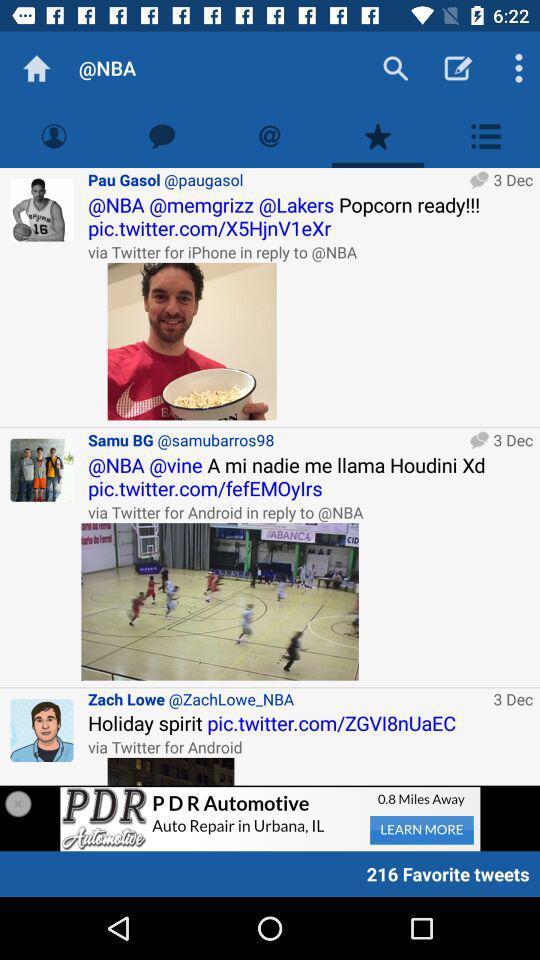 The height and width of the screenshot is (960, 540). Describe the element at coordinates (286, 699) in the screenshot. I see `the item next to 3 dec item` at that location.